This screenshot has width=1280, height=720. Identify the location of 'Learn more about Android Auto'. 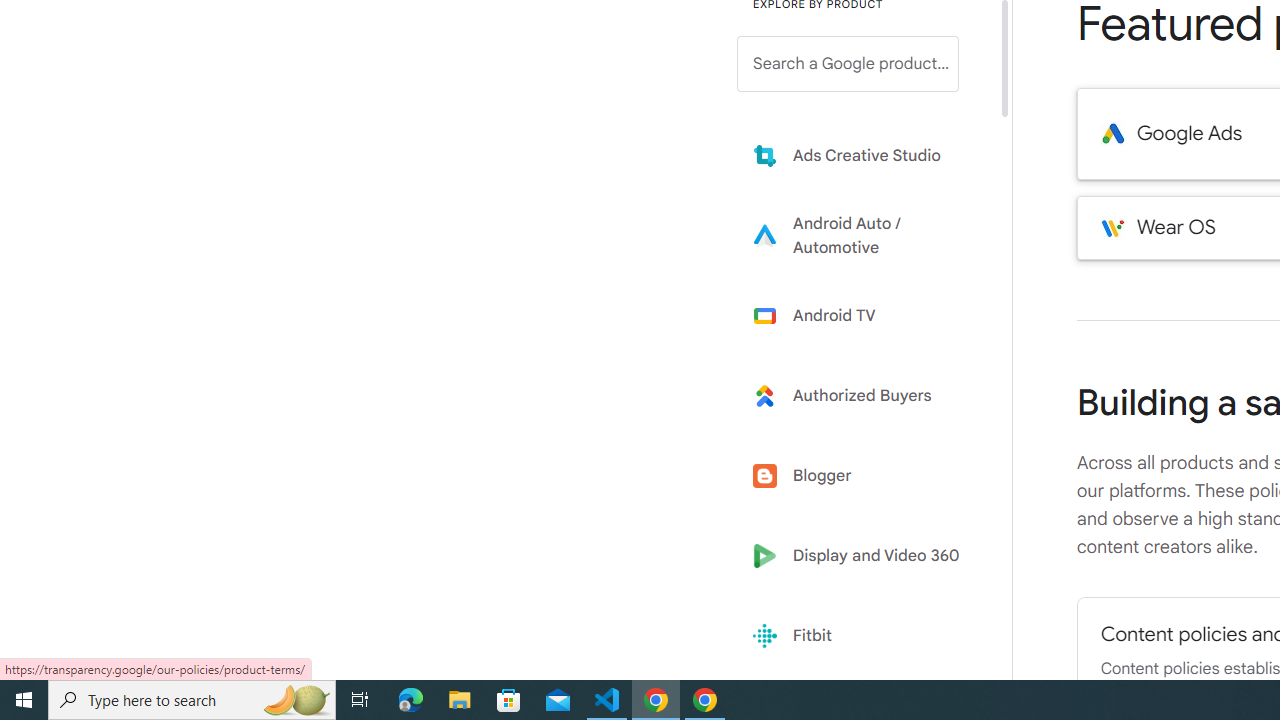
(862, 234).